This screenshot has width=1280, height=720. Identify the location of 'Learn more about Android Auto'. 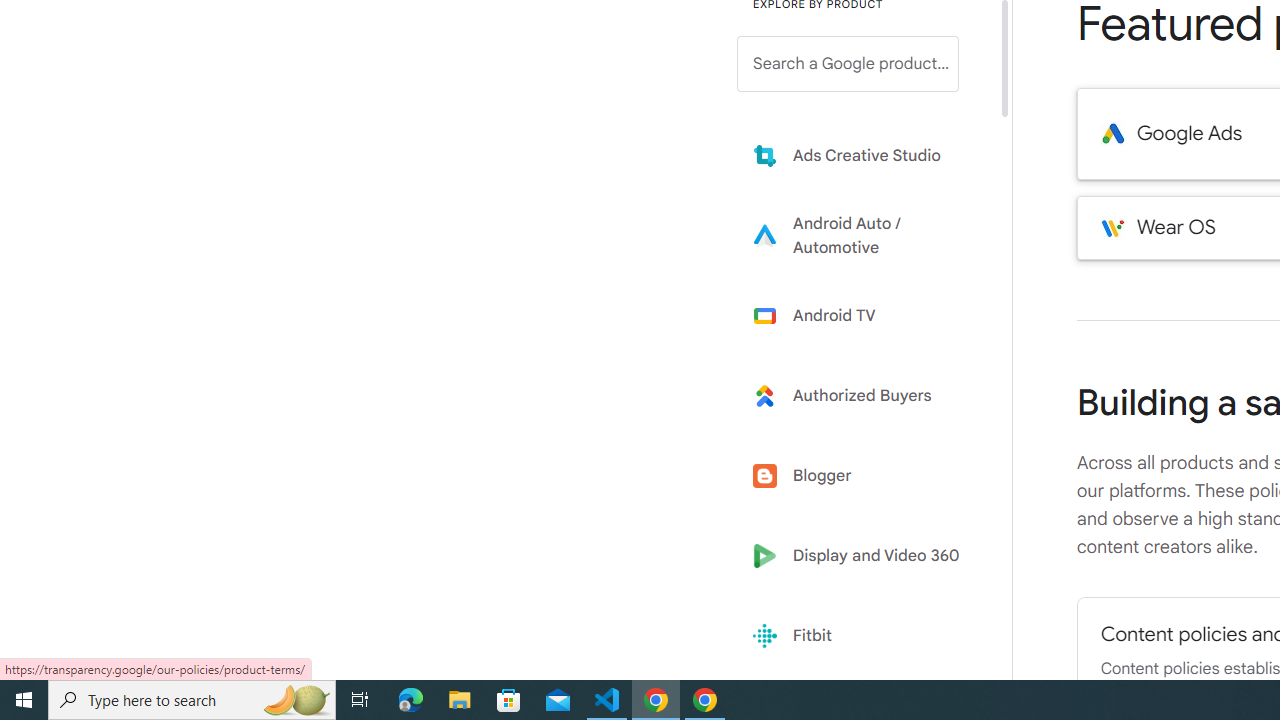
(862, 234).